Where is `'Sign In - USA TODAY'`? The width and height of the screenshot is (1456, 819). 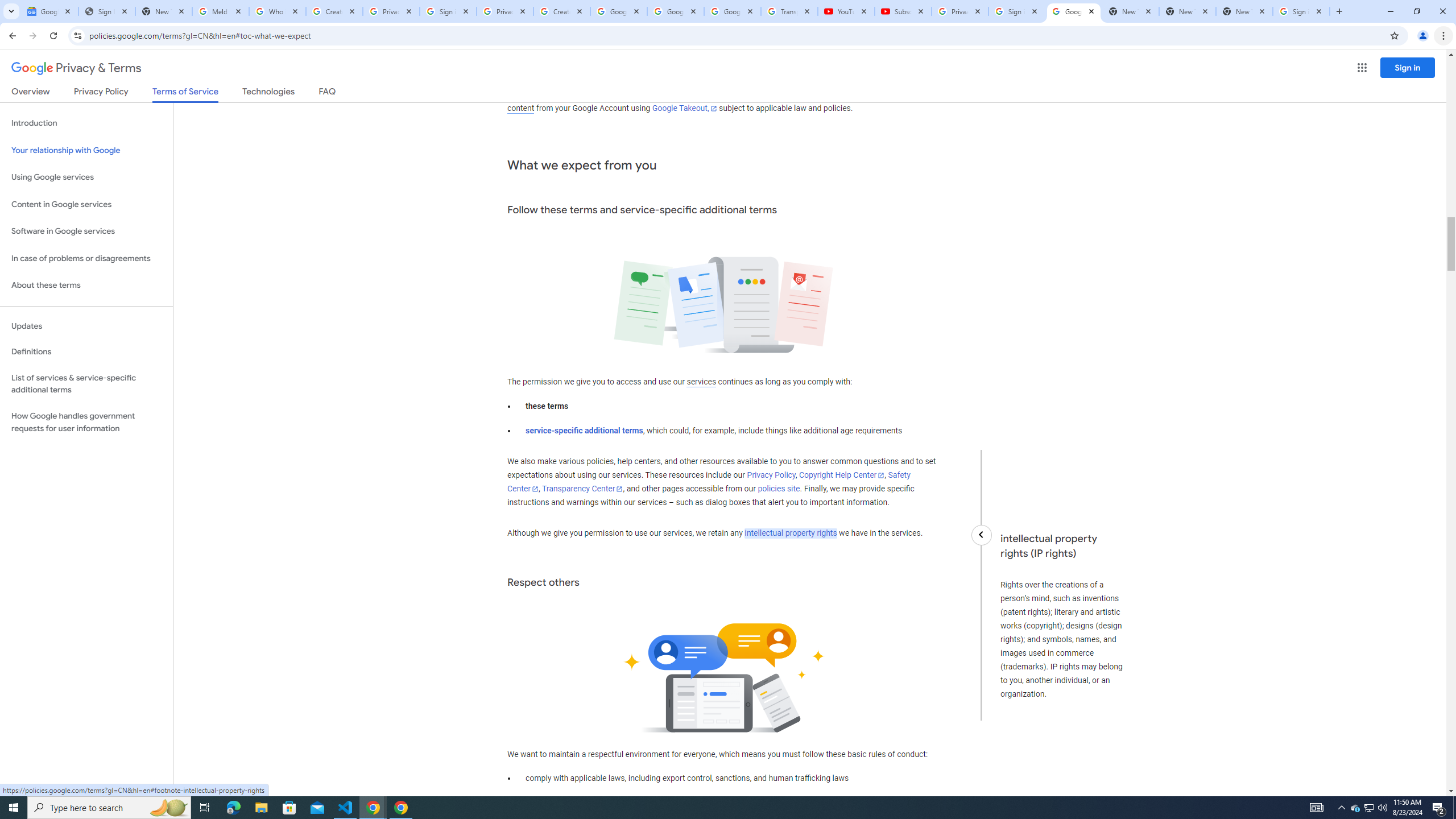 'Sign In - USA TODAY' is located at coordinates (106, 11).